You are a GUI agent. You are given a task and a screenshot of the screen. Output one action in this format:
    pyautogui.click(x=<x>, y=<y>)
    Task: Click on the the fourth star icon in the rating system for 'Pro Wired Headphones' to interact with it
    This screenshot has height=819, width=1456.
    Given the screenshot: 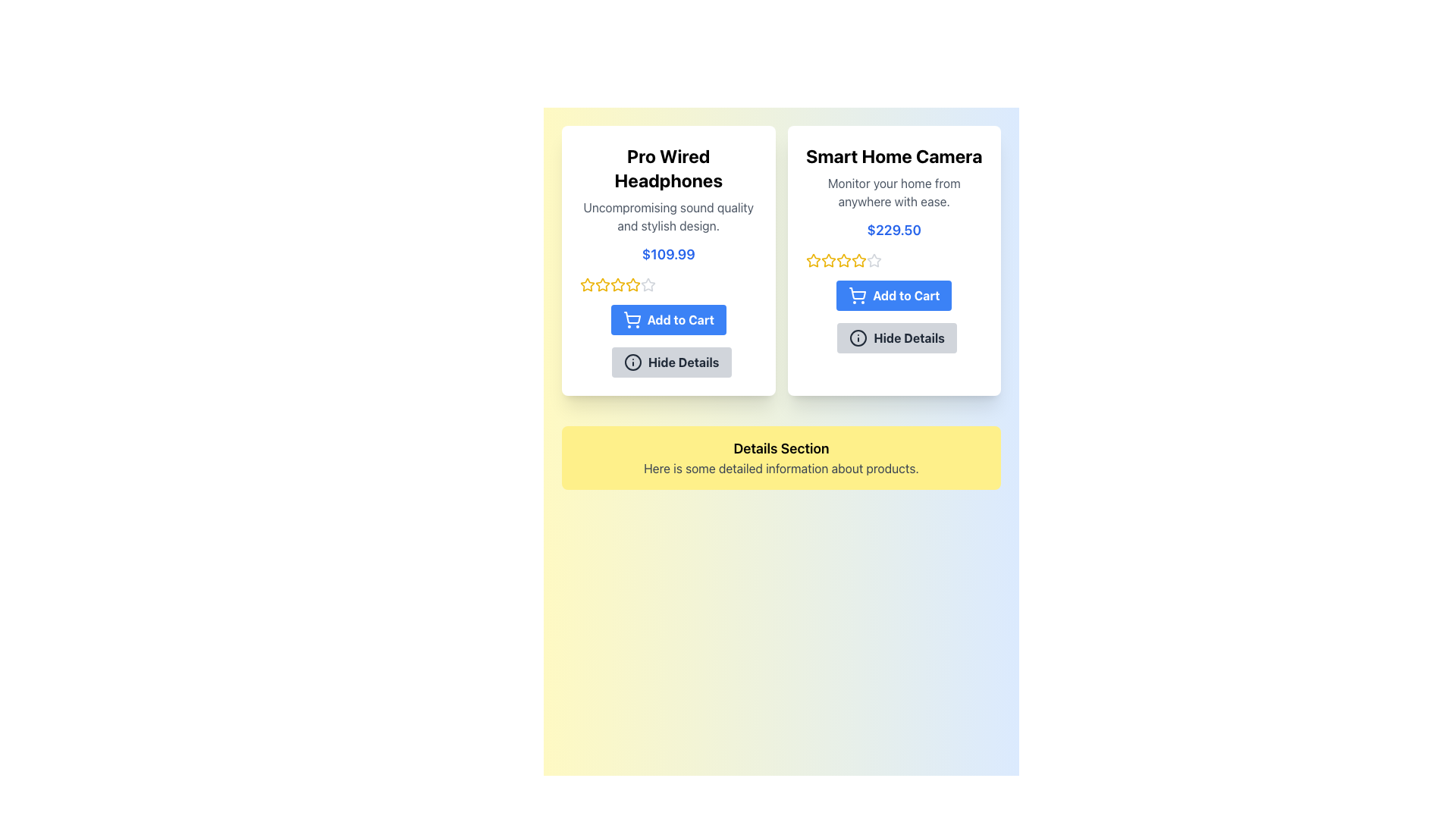 What is the action you would take?
    pyautogui.click(x=633, y=284)
    